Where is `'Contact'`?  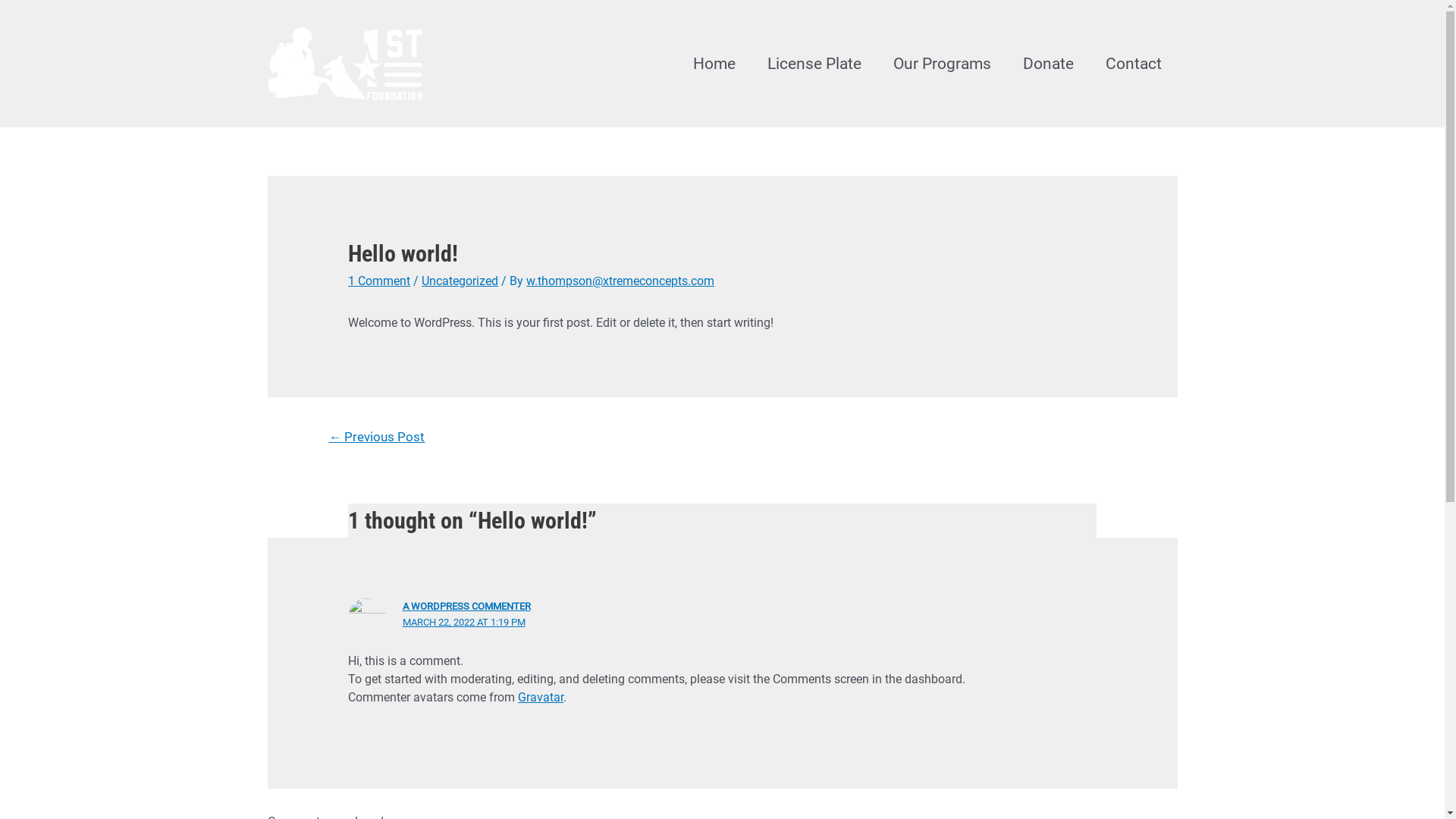 'Contact' is located at coordinates (1132, 63).